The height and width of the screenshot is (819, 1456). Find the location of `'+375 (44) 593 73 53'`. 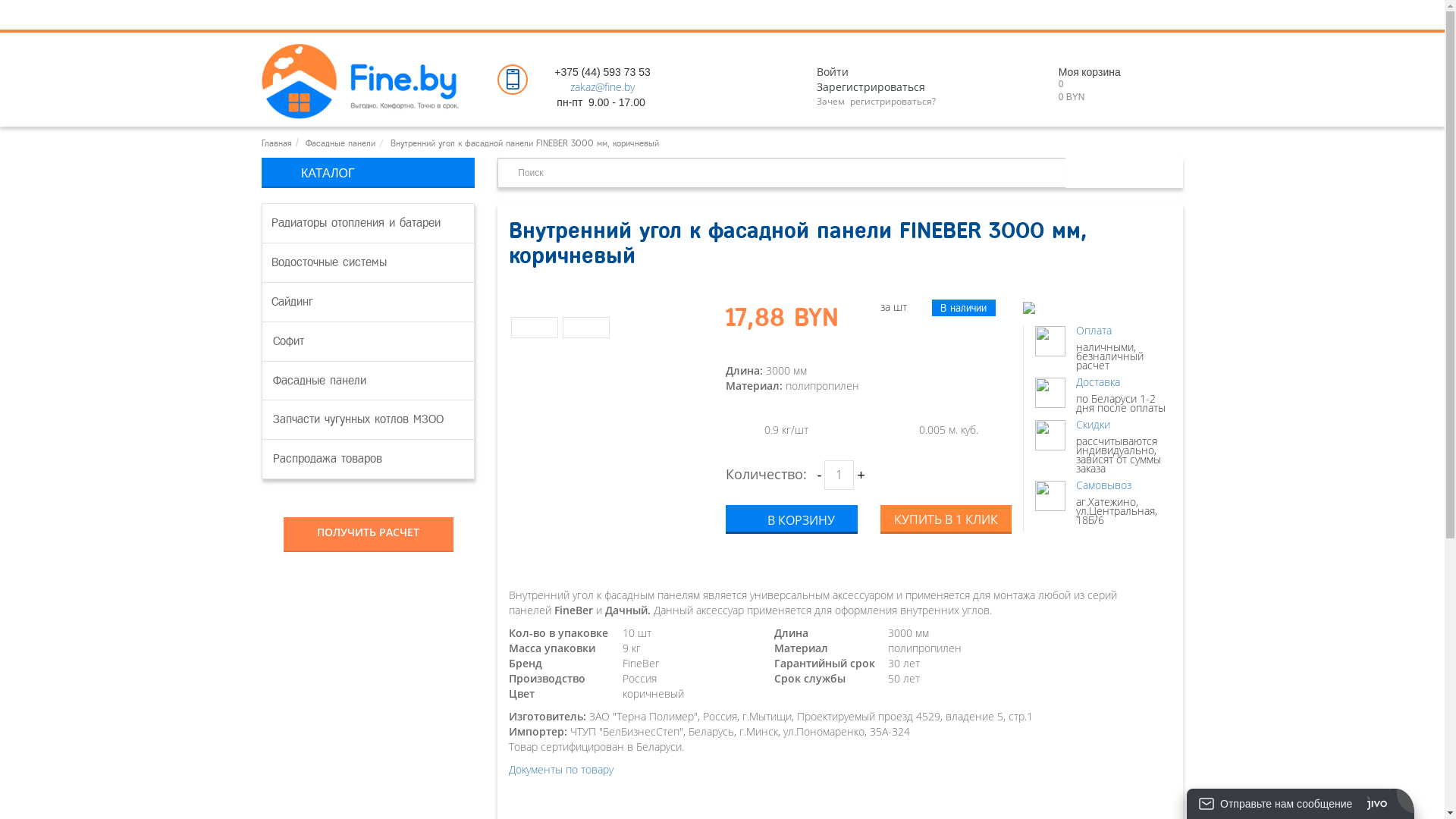

'+375 (44) 593 73 53' is located at coordinates (601, 72).